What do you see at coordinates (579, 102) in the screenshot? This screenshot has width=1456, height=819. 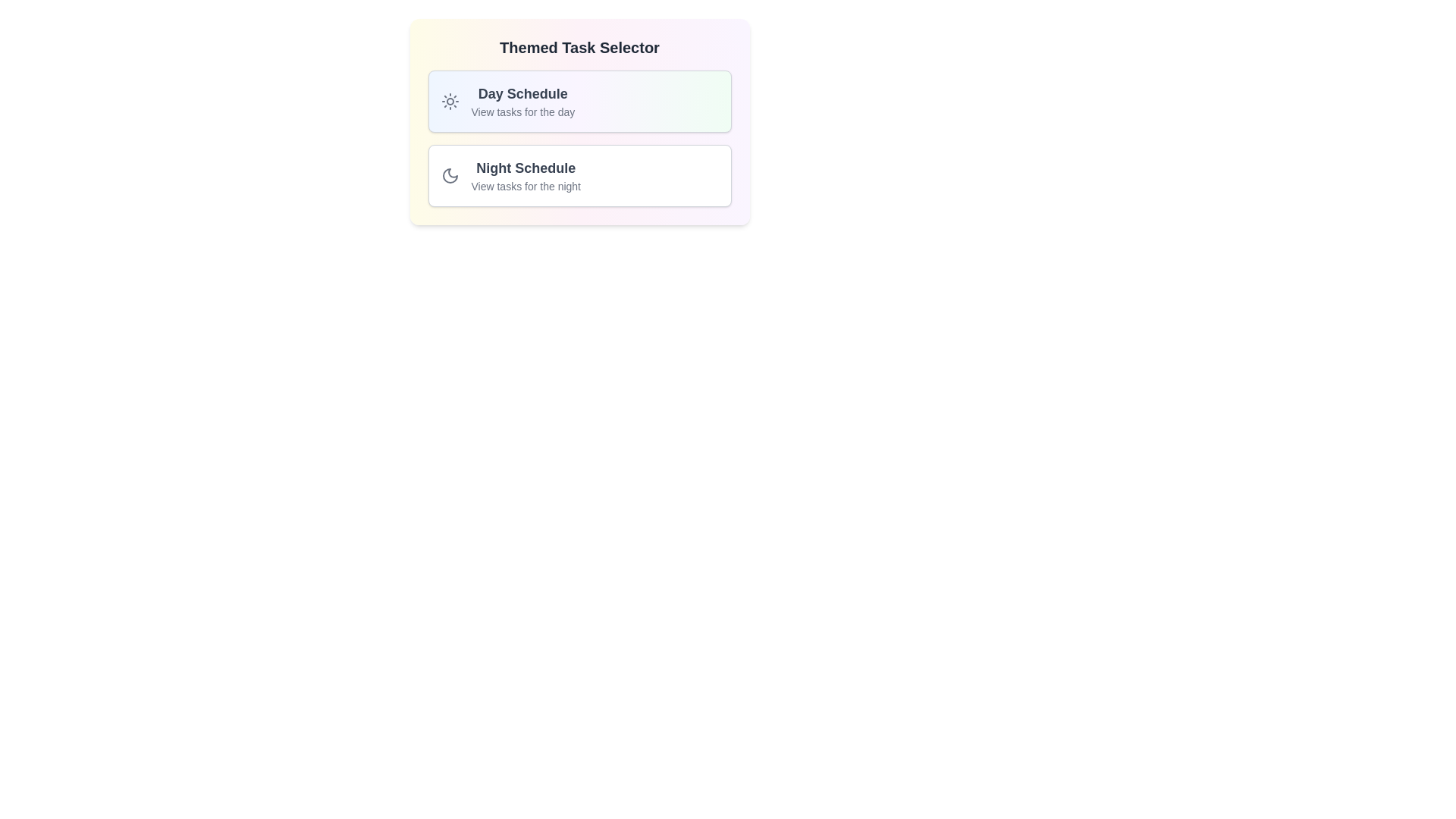 I see `the schedule by clicking on the corresponding option: Day Schedule` at bounding box center [579, 102].